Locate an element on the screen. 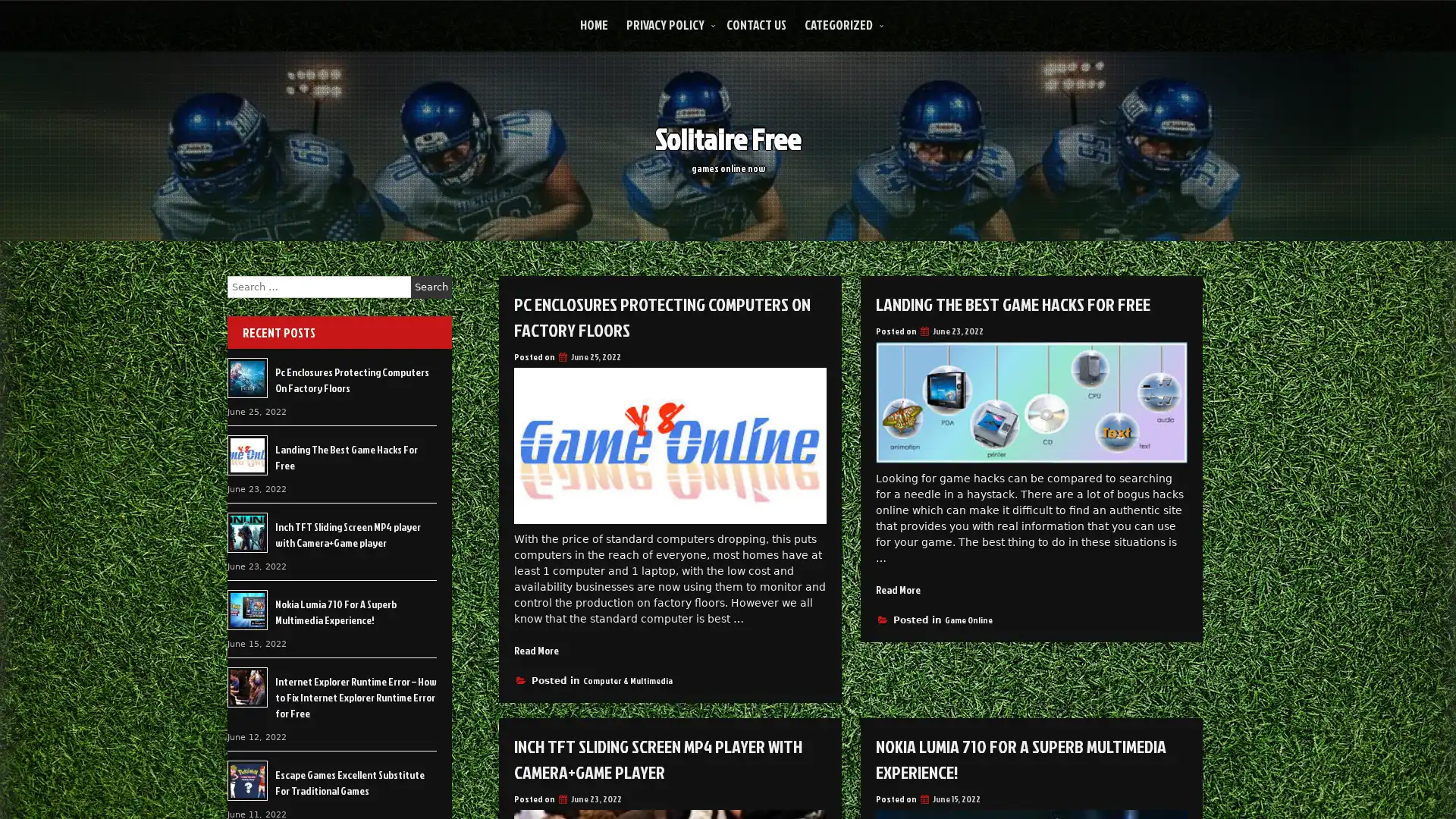 This screenshot has height=819, width=1456. Search is located at coordinates (431, 287).